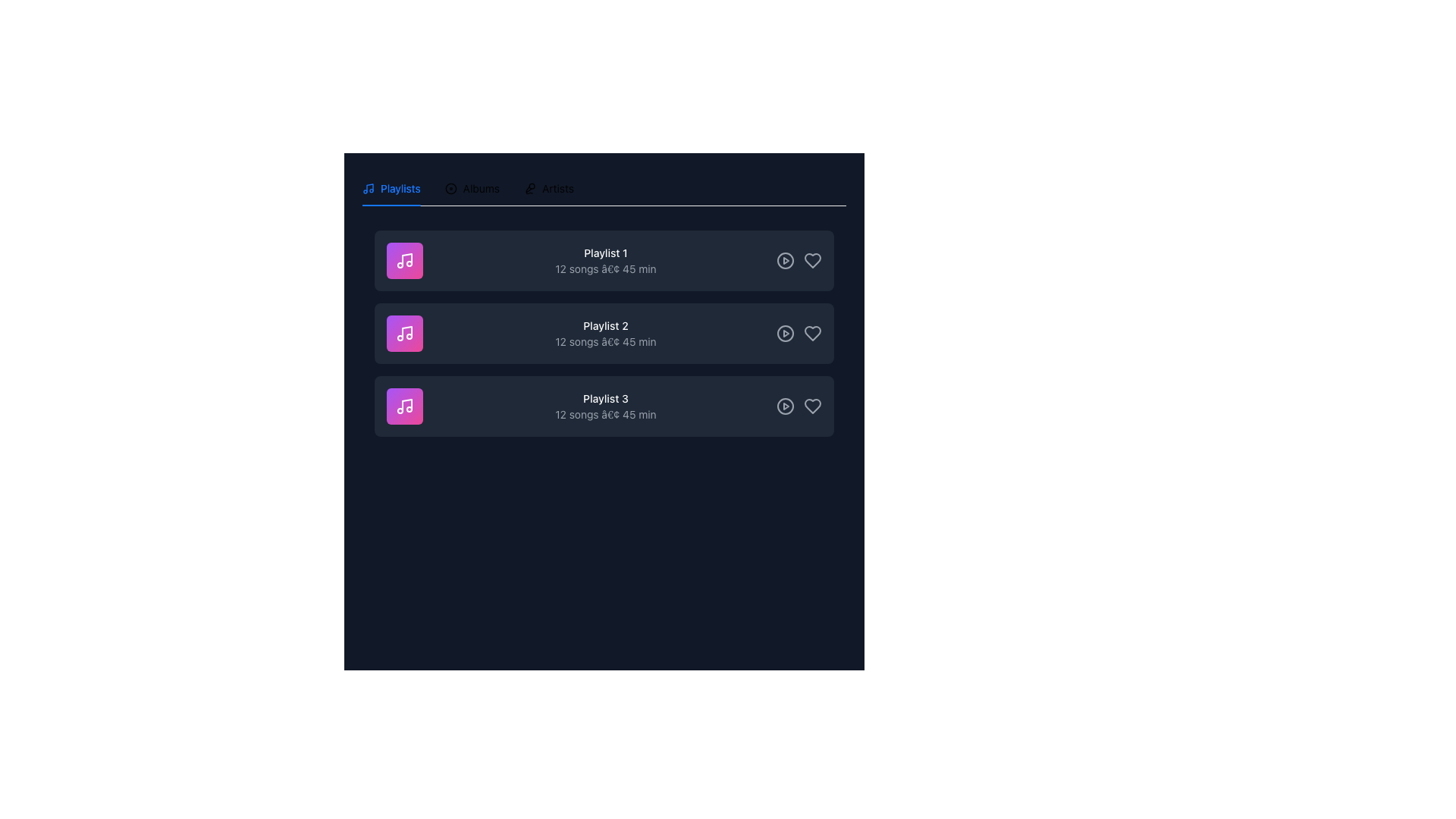  What do you see at coordinates (471, 188) in the screenshot?
I see `the 'Albums' navigation tab located` at bounding box center [471, 188].